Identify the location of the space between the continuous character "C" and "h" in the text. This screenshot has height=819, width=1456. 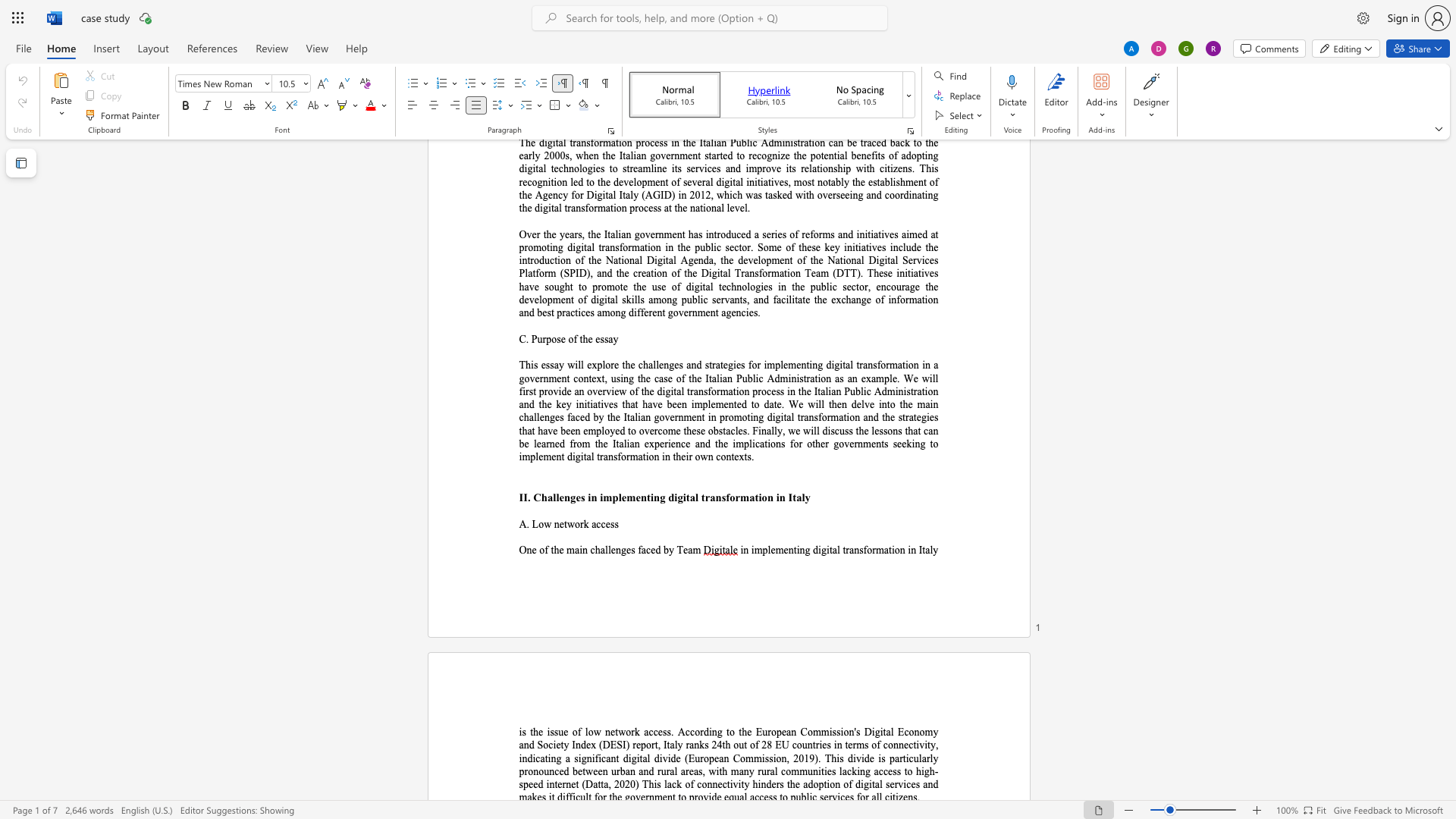
(541, 497).